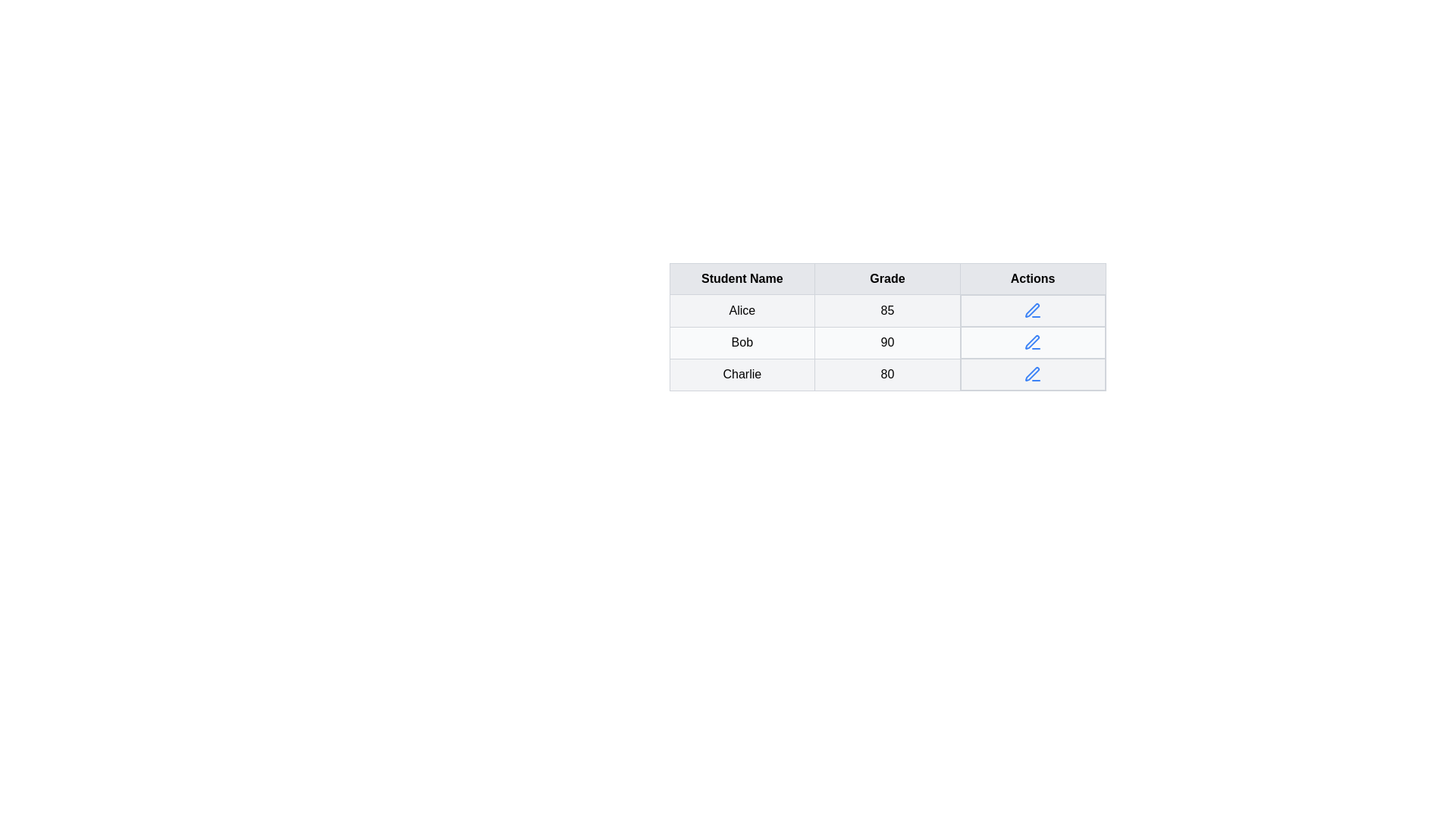 This screenshot has height=819, width=1456. Describe the element at coordinates (1032, 309) in the screenshot. I see `the cancel button to cancel the ongoing edit operation` at that location.